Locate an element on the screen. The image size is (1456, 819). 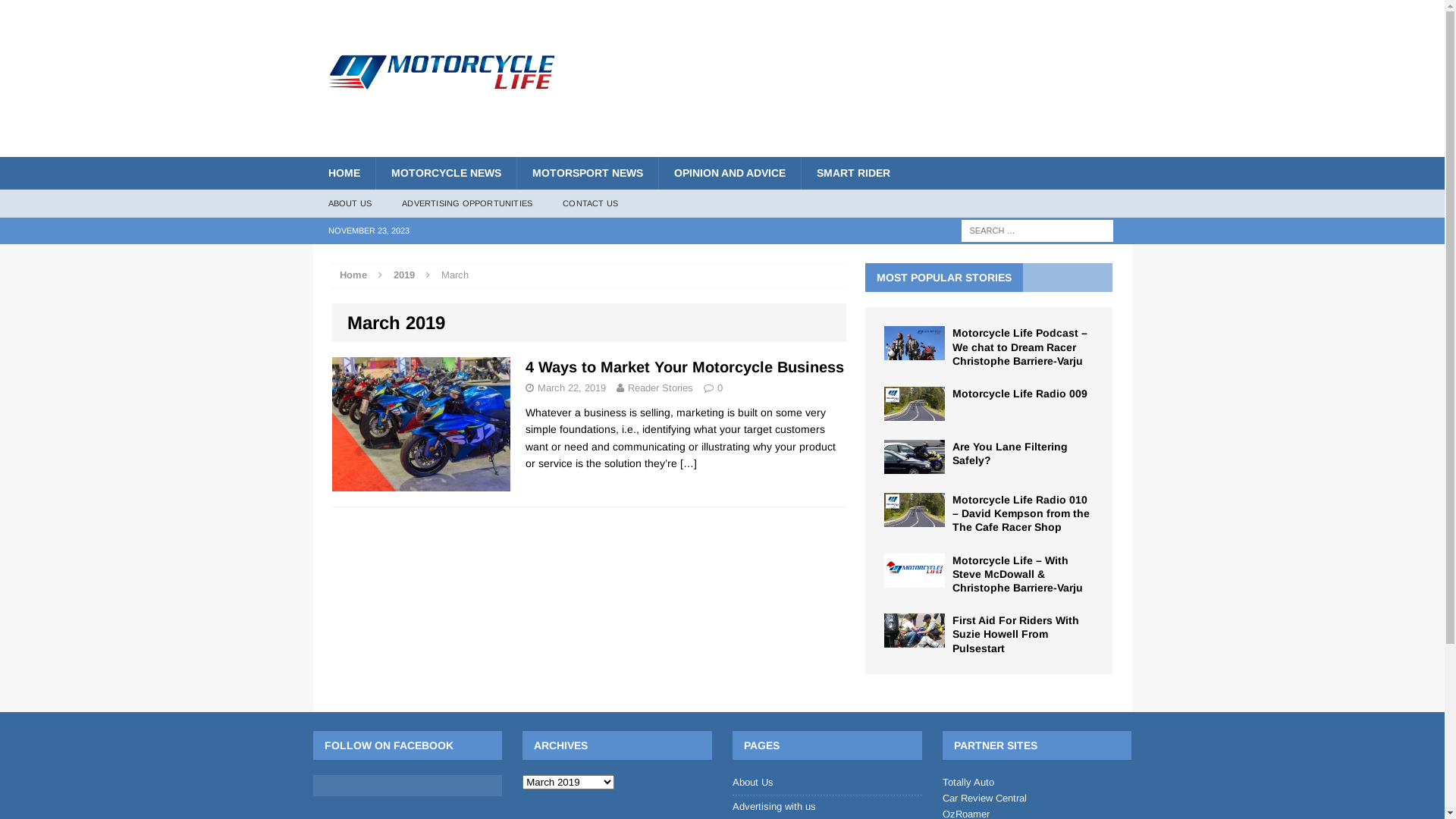
'ABOUT US' is located at coordinates (312, 203).